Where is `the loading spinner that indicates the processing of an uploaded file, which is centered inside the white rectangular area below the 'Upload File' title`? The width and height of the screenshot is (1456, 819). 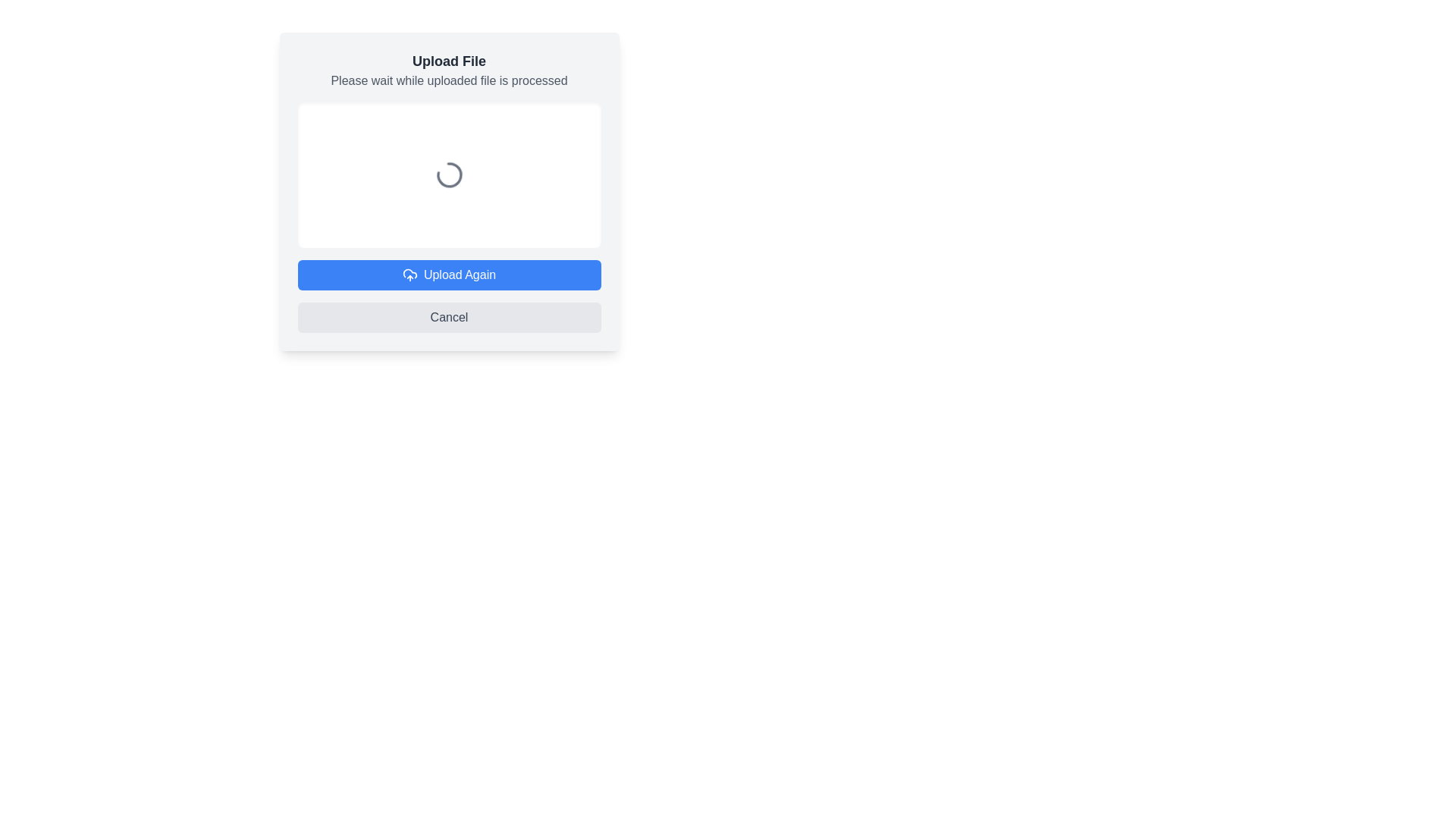
the loading spinner that indicates the processing of an uploaded file, which is centered inside the white rectangular area below the 'Upload File' title is located at coordinates (448, 191).